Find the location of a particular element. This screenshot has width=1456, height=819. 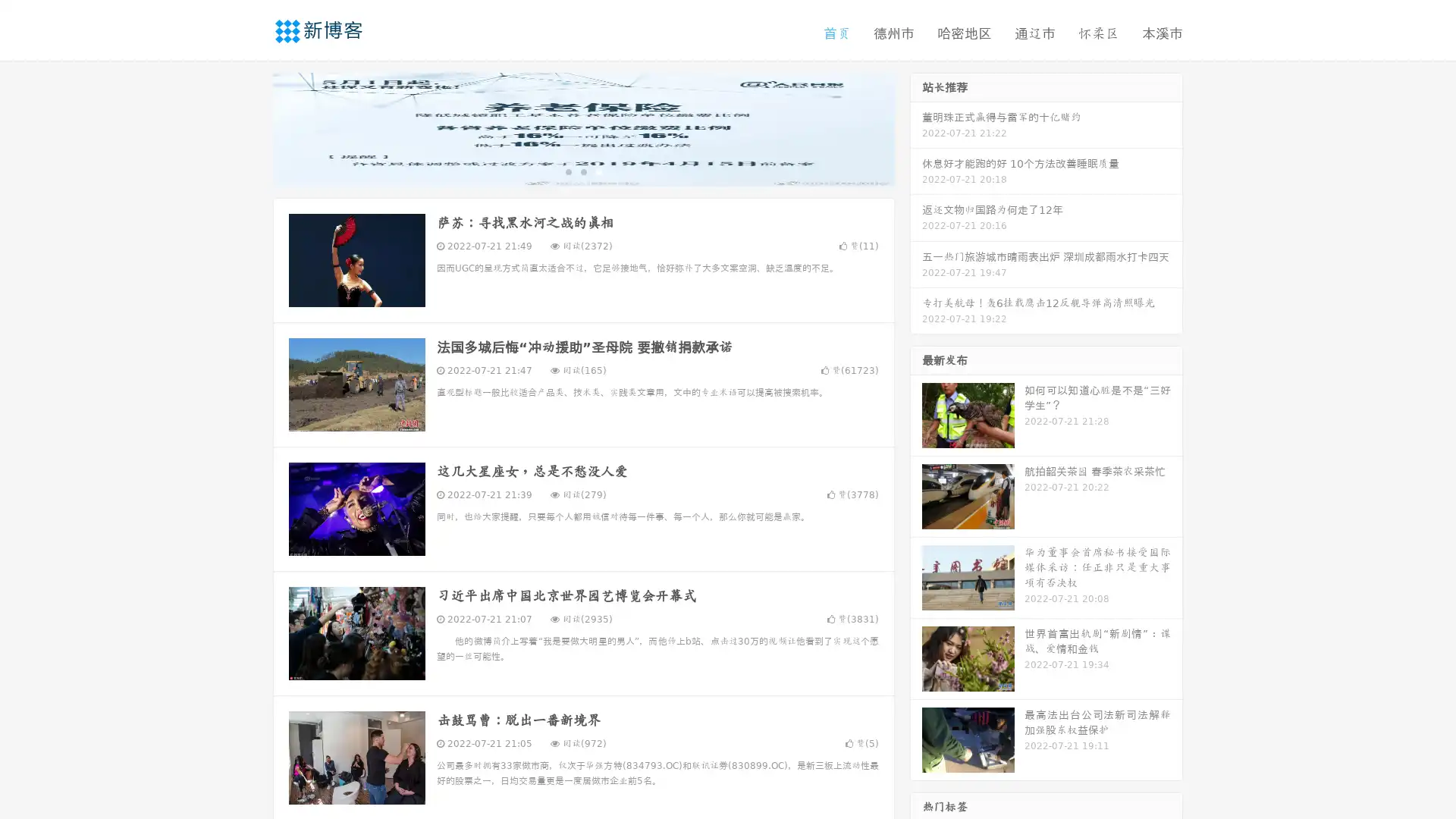

Previous slide is located at coordinates (250, 127).